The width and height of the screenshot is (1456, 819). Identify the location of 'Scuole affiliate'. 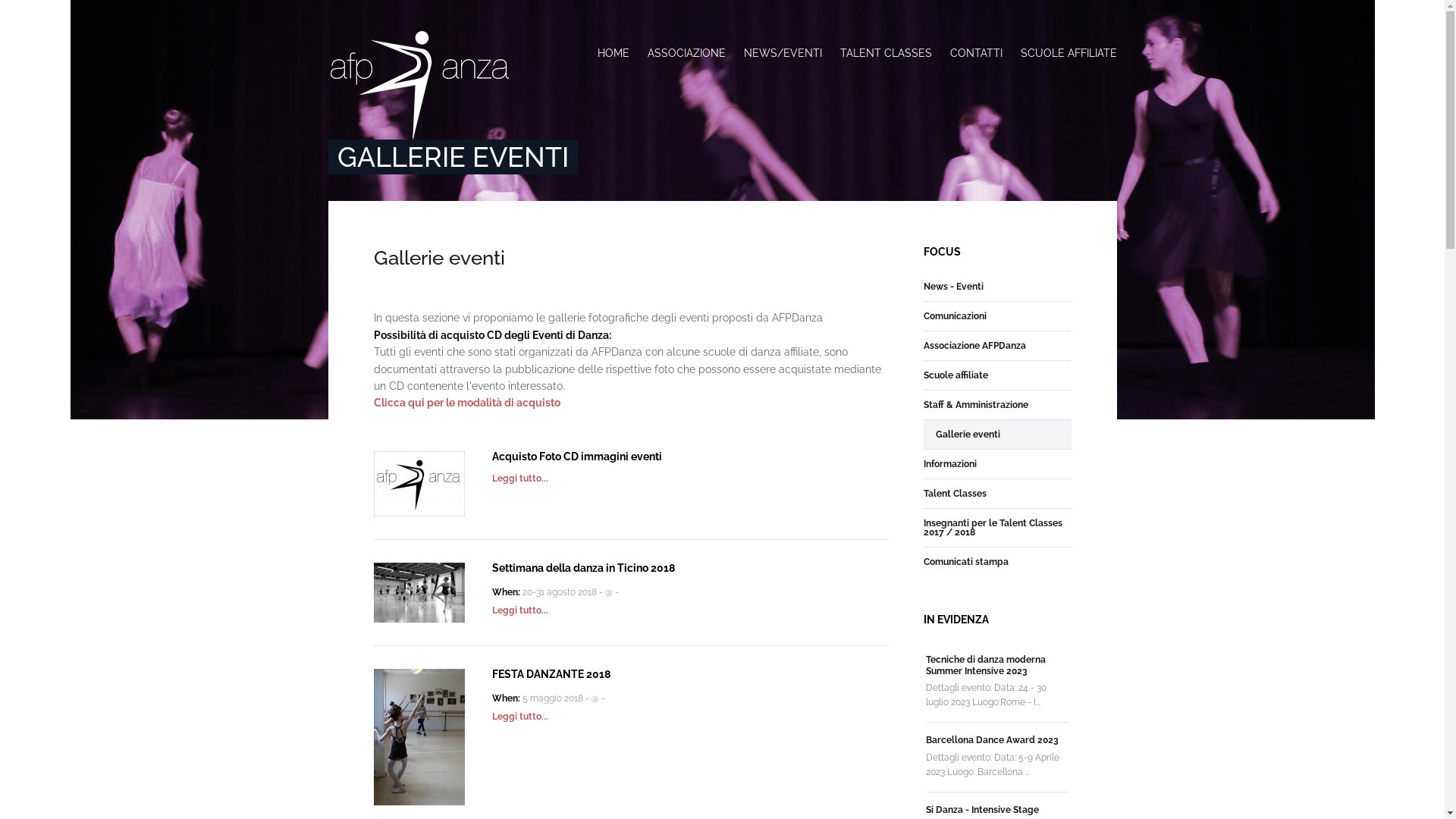
(923, 375).